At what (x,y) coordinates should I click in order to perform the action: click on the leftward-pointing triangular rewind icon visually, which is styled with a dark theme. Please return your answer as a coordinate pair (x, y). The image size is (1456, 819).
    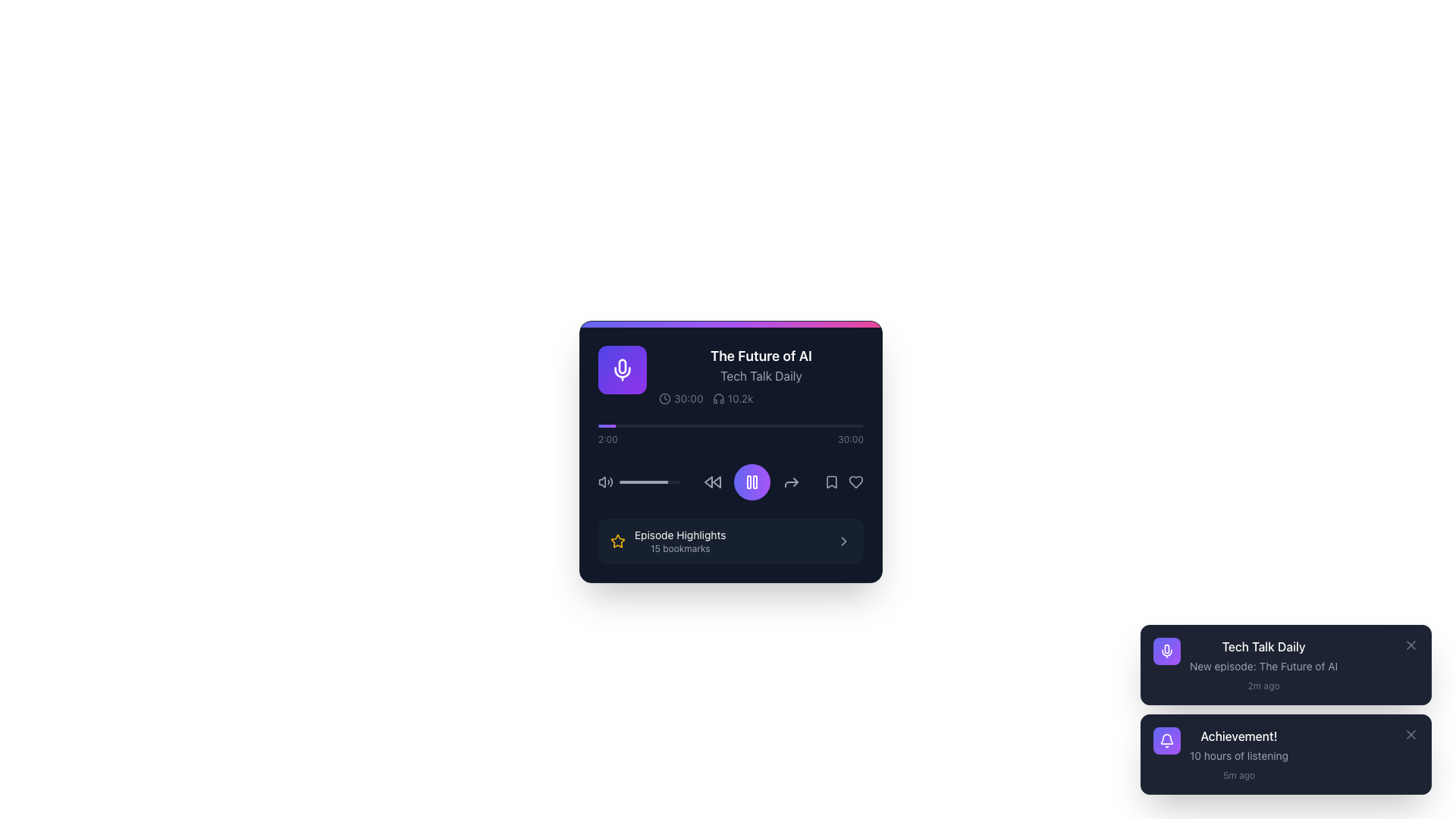
    Looking at the image, I should click on (708, 482).